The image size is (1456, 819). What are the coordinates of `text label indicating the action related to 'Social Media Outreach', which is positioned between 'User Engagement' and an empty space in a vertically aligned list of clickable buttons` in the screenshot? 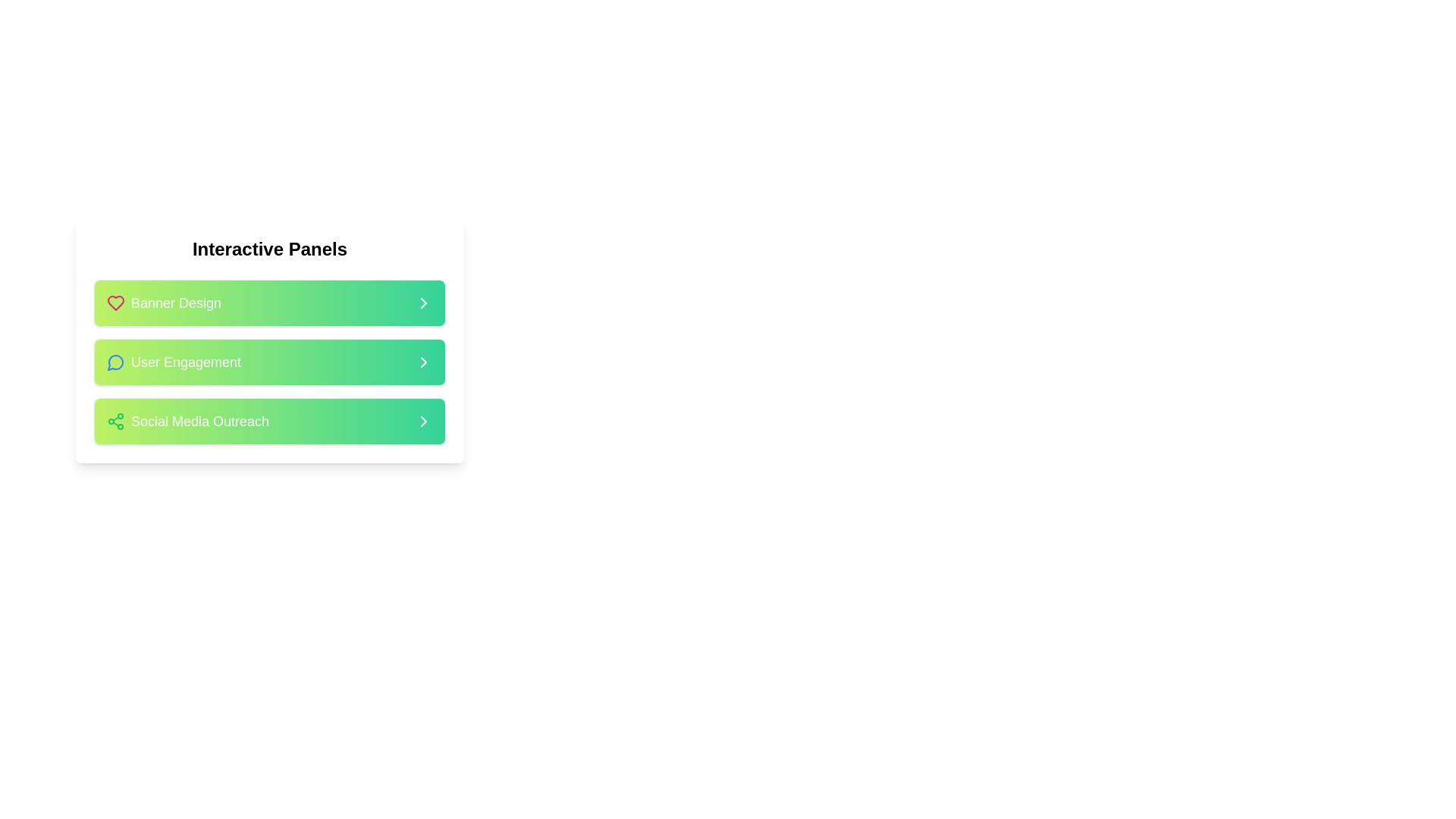 It's located at (199, 421).